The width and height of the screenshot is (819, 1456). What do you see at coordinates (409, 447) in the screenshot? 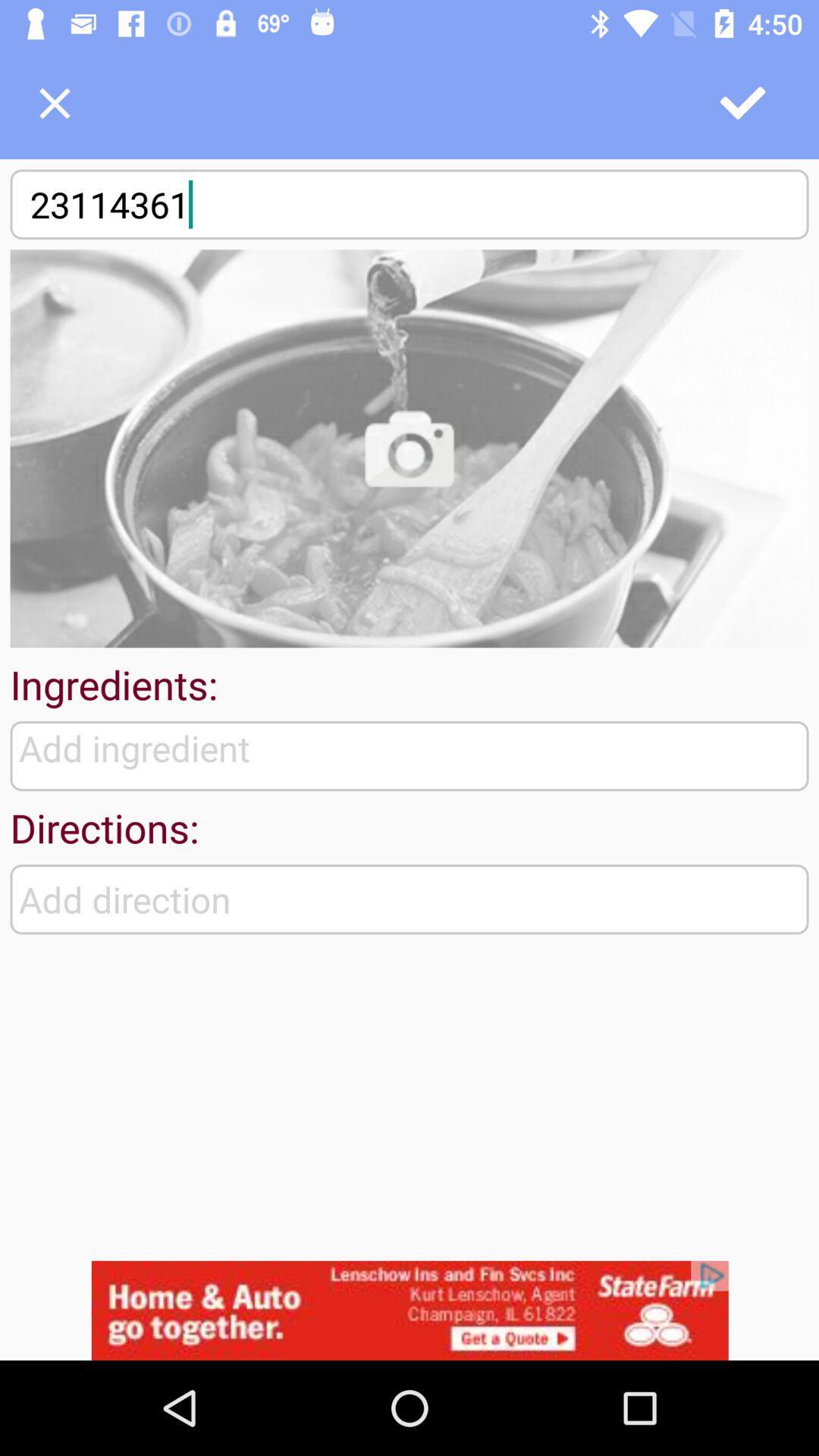
I see `upload picture` at bounding box center [409, 447].